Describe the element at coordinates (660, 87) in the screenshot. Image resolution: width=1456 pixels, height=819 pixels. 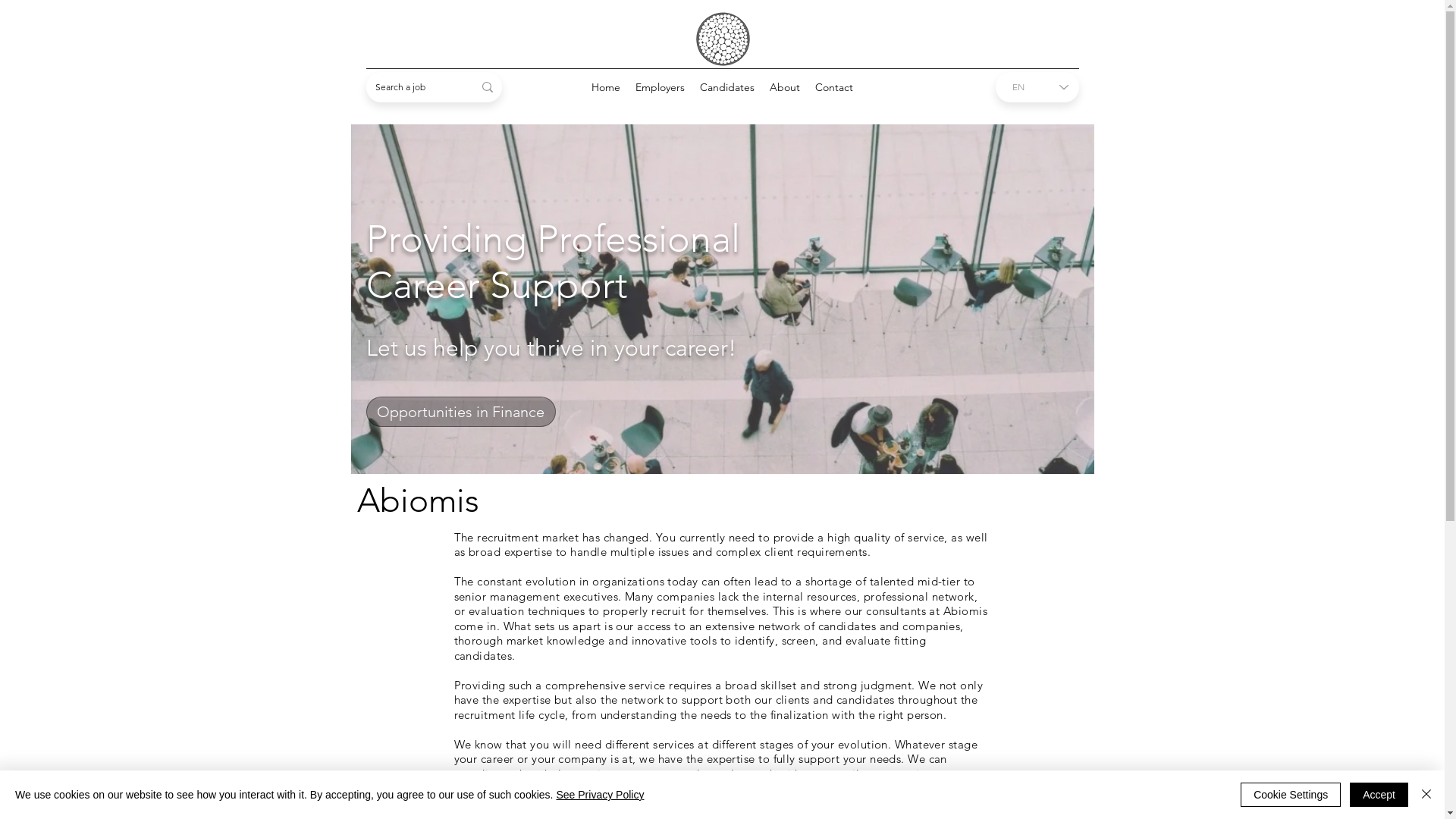
I see `'Employers'` at that location.